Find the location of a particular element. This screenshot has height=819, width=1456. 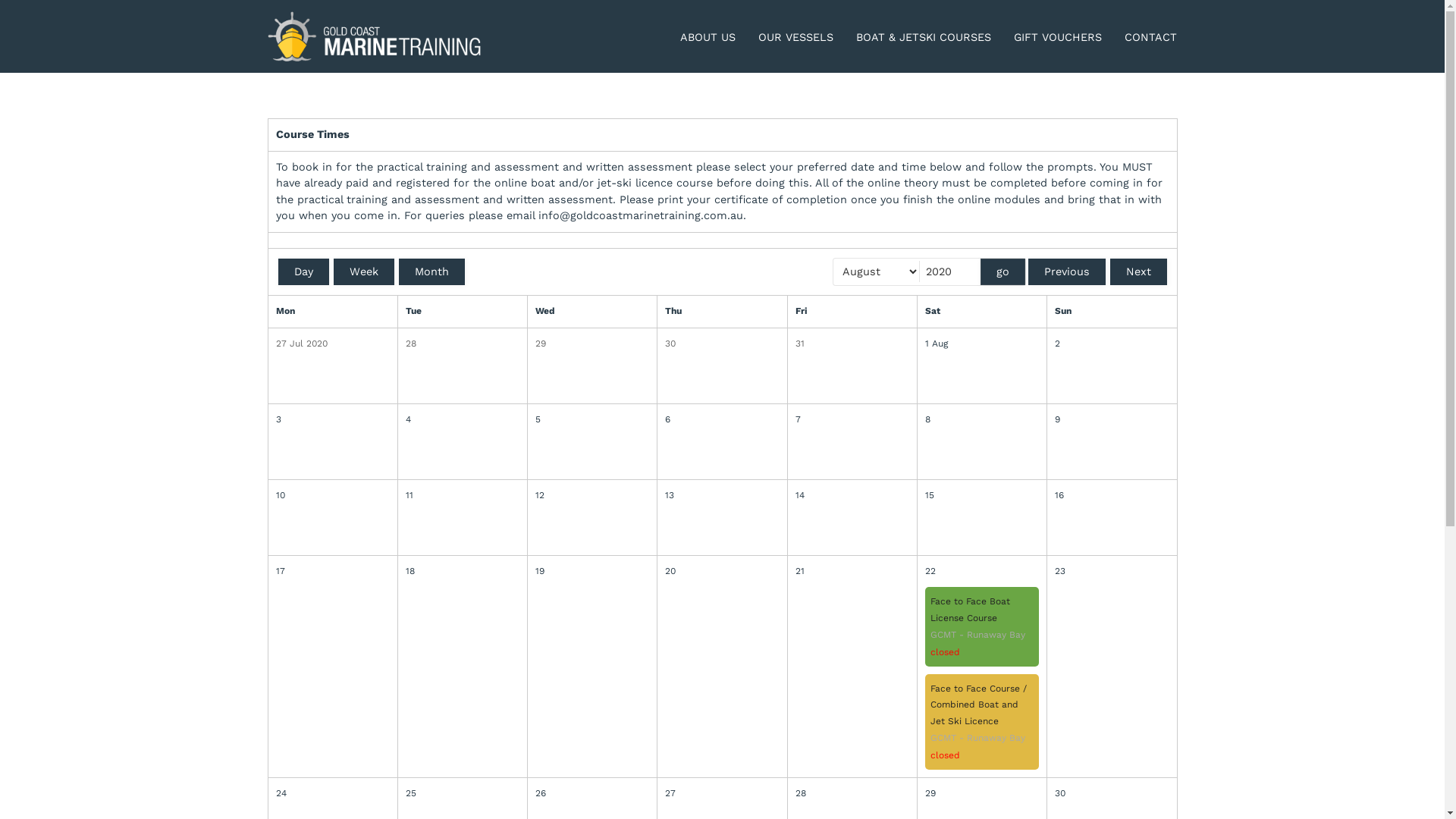

'16' is located at coordinates (1111, 496).